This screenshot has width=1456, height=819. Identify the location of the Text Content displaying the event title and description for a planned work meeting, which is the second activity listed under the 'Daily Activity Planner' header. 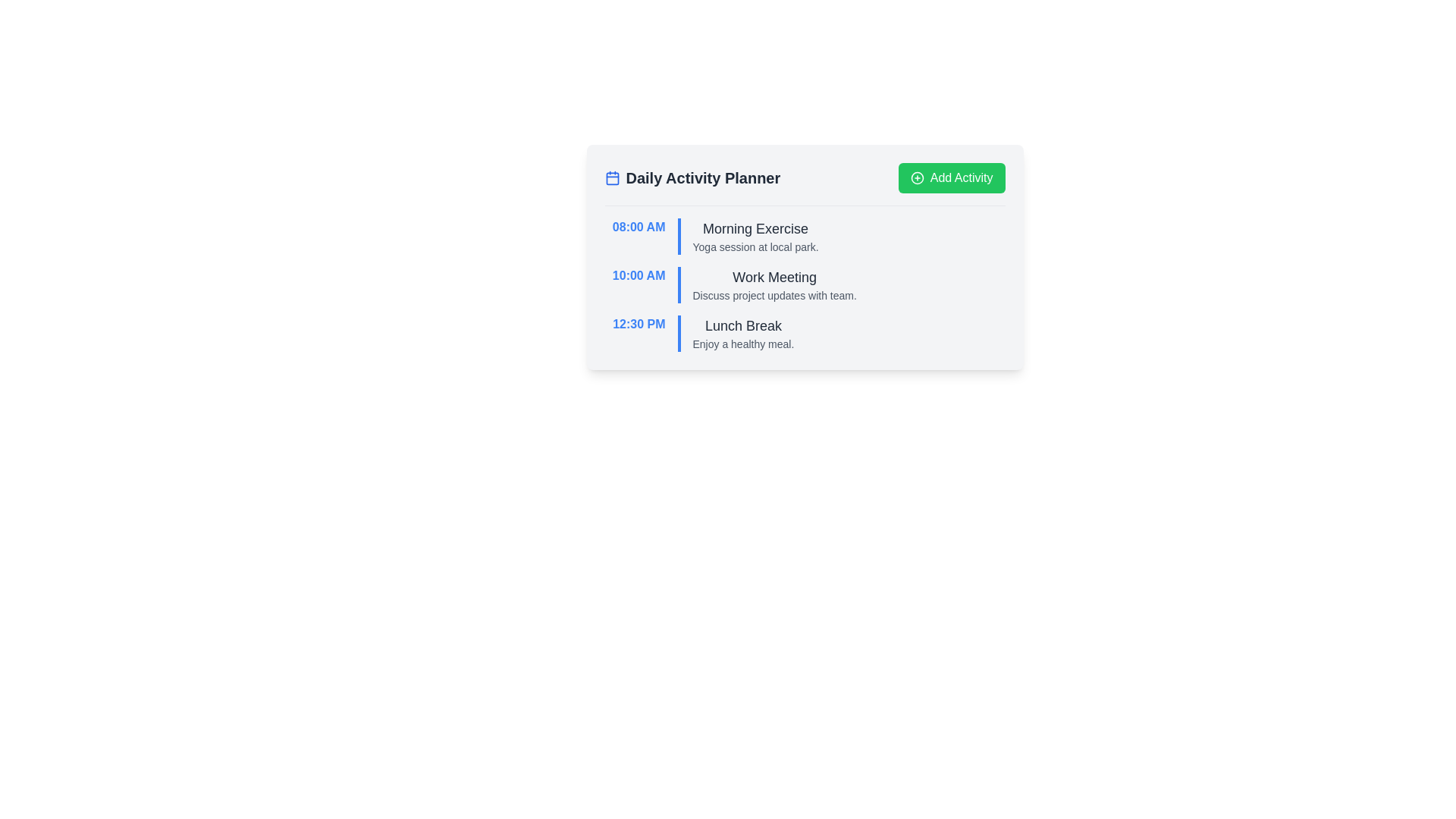
(767, 284).